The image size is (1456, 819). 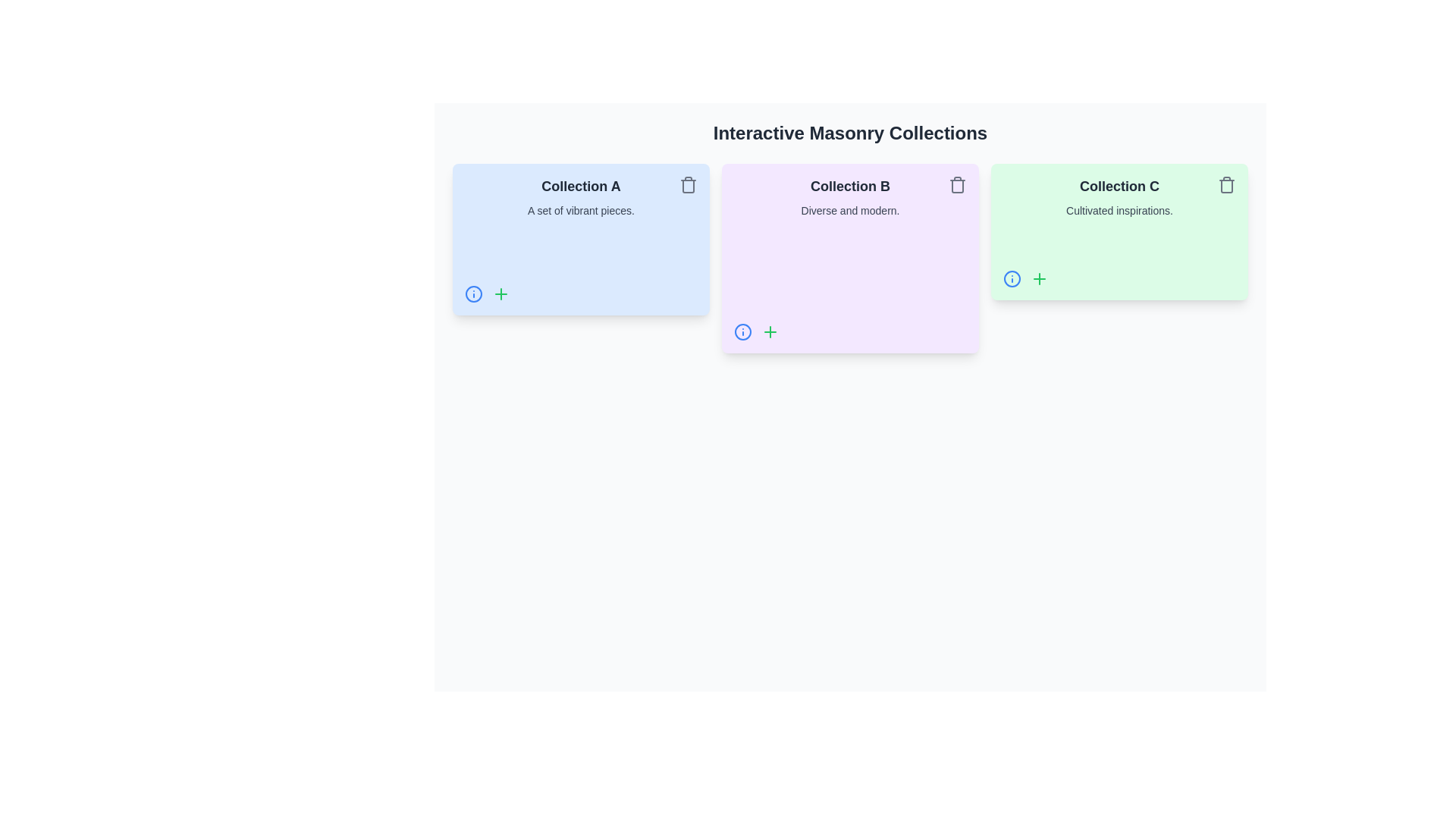 I want to click on the interactive icon button in the bottom-left corner of the 'Collection B' card, so click(x=742, y=331).